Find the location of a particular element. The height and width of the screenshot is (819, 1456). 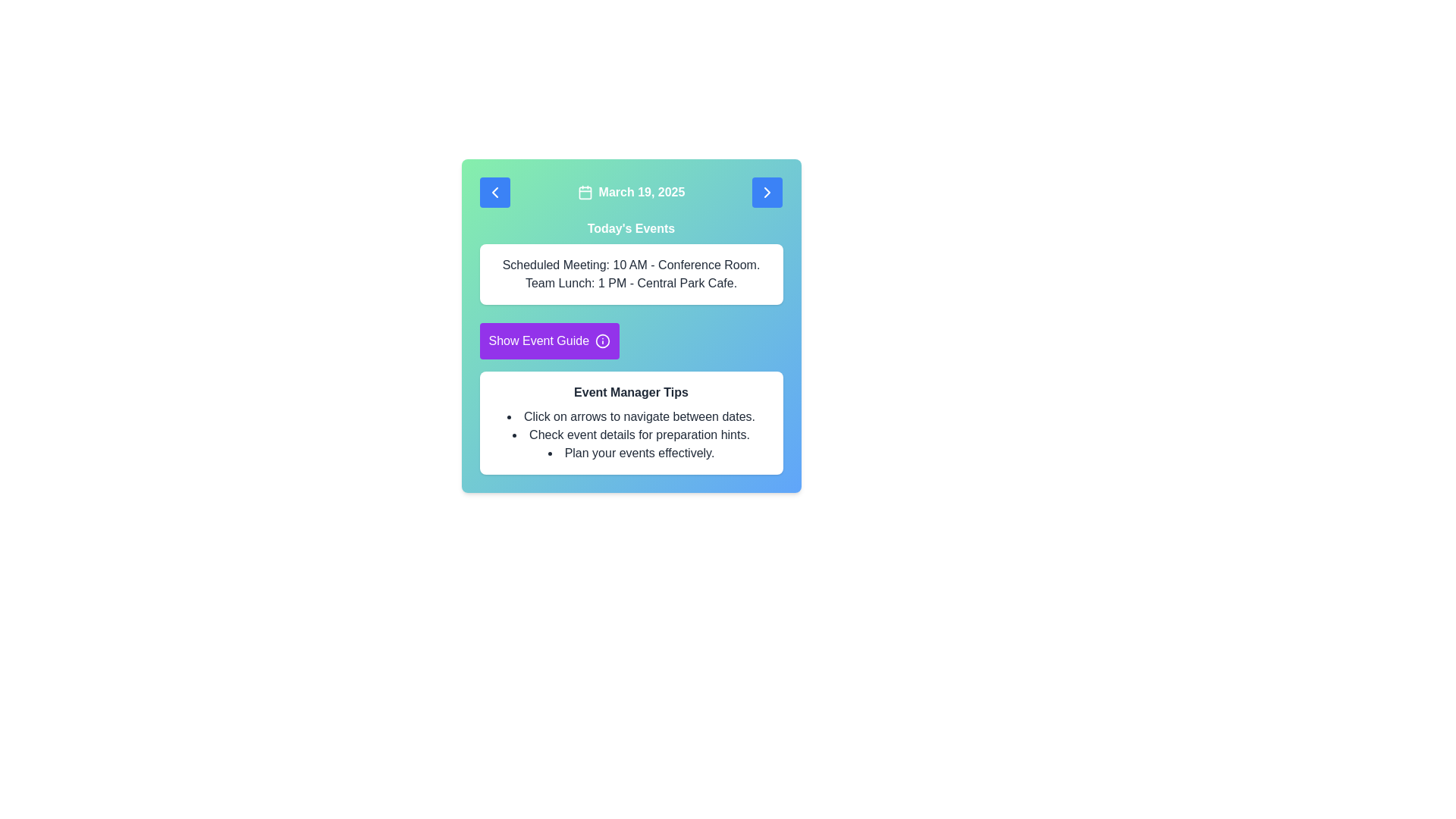

the header text label for the events section, which is positioned below the date display and above the detailed schedule list is located at coordinates (631, 228).